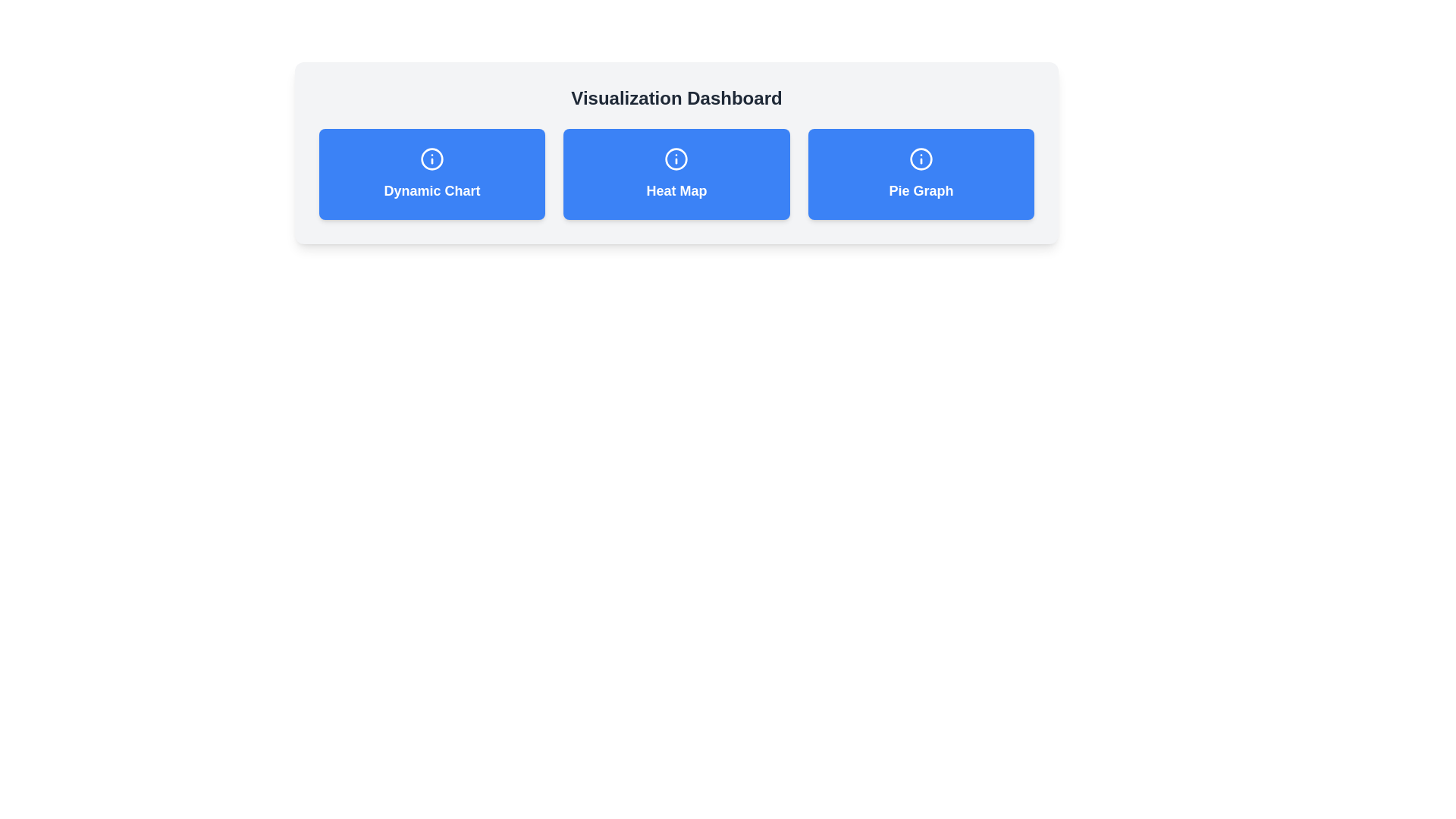  Describe the element at coordinates (920, 190) in the screenshot. I see `the text label displaying 'Pie Graph', which is styled with a bold font and centered alignment, located inside a blue rounded rectangle` at that location.